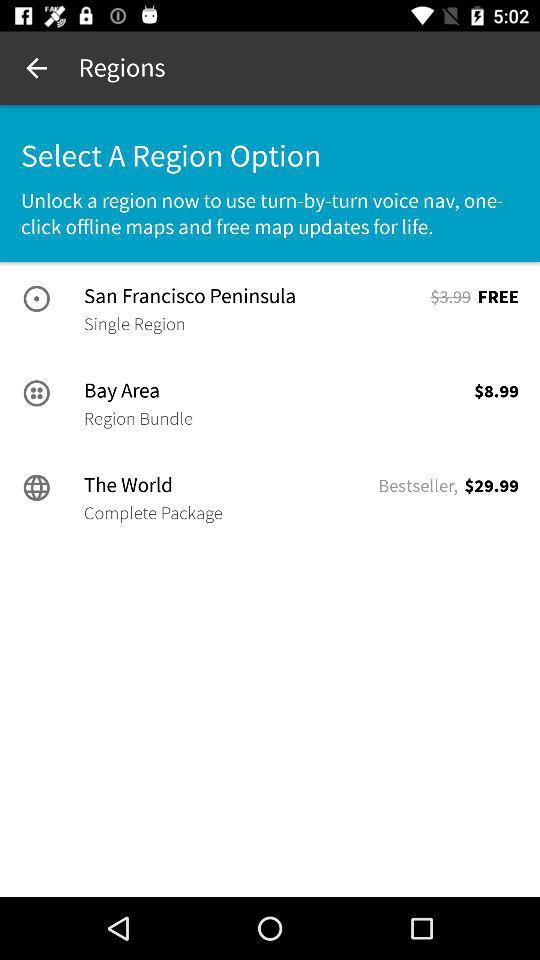 The image size is (540, 960). I want to click on the complete package, so click(152, 512).